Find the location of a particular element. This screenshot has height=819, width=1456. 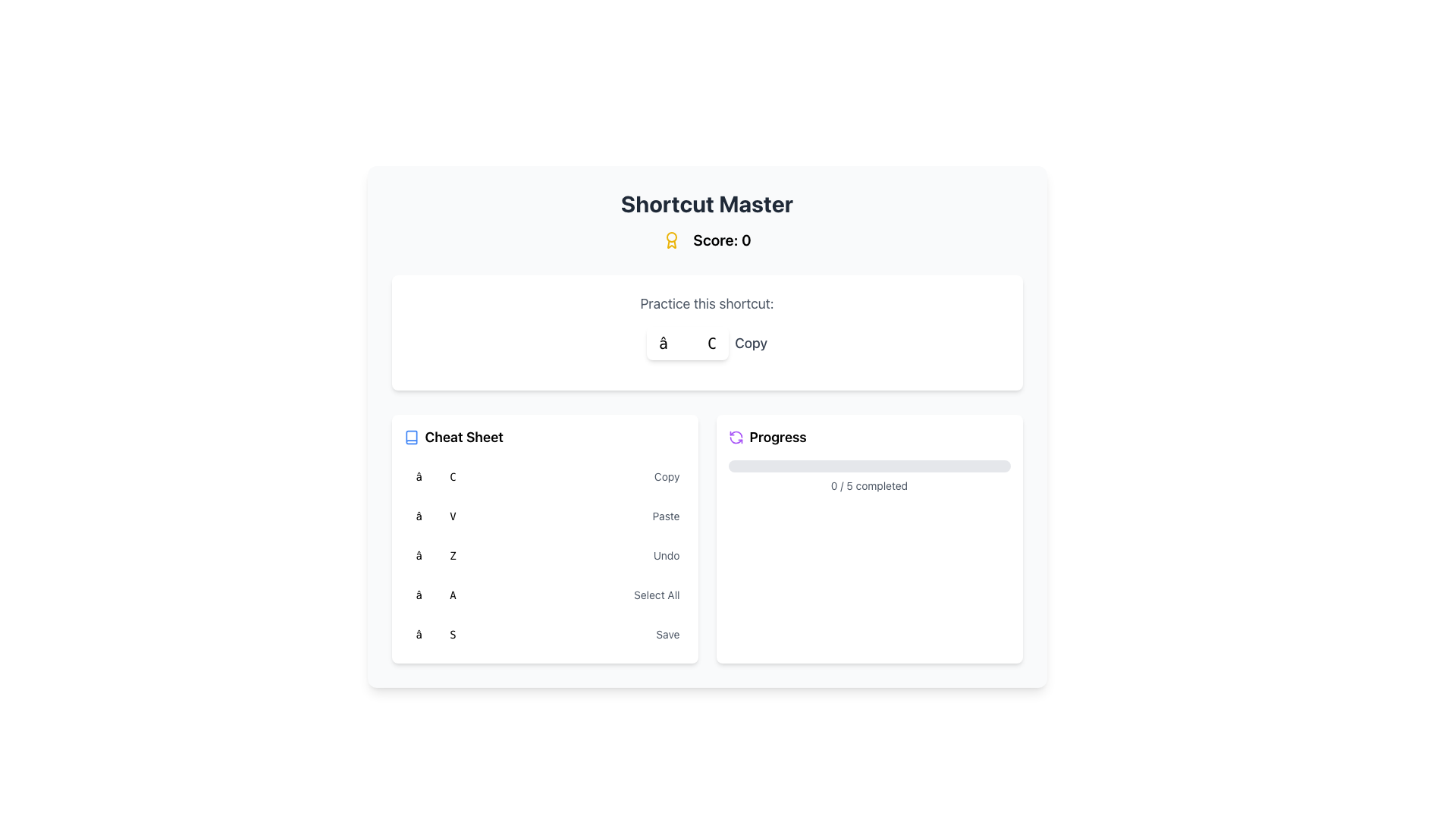

the text label indicating the operation associated with a keyboard shortcut, located in the bottom-left quadrant of the interface within the 'Cheat Sheet' section is located at coordinates (666, 516).